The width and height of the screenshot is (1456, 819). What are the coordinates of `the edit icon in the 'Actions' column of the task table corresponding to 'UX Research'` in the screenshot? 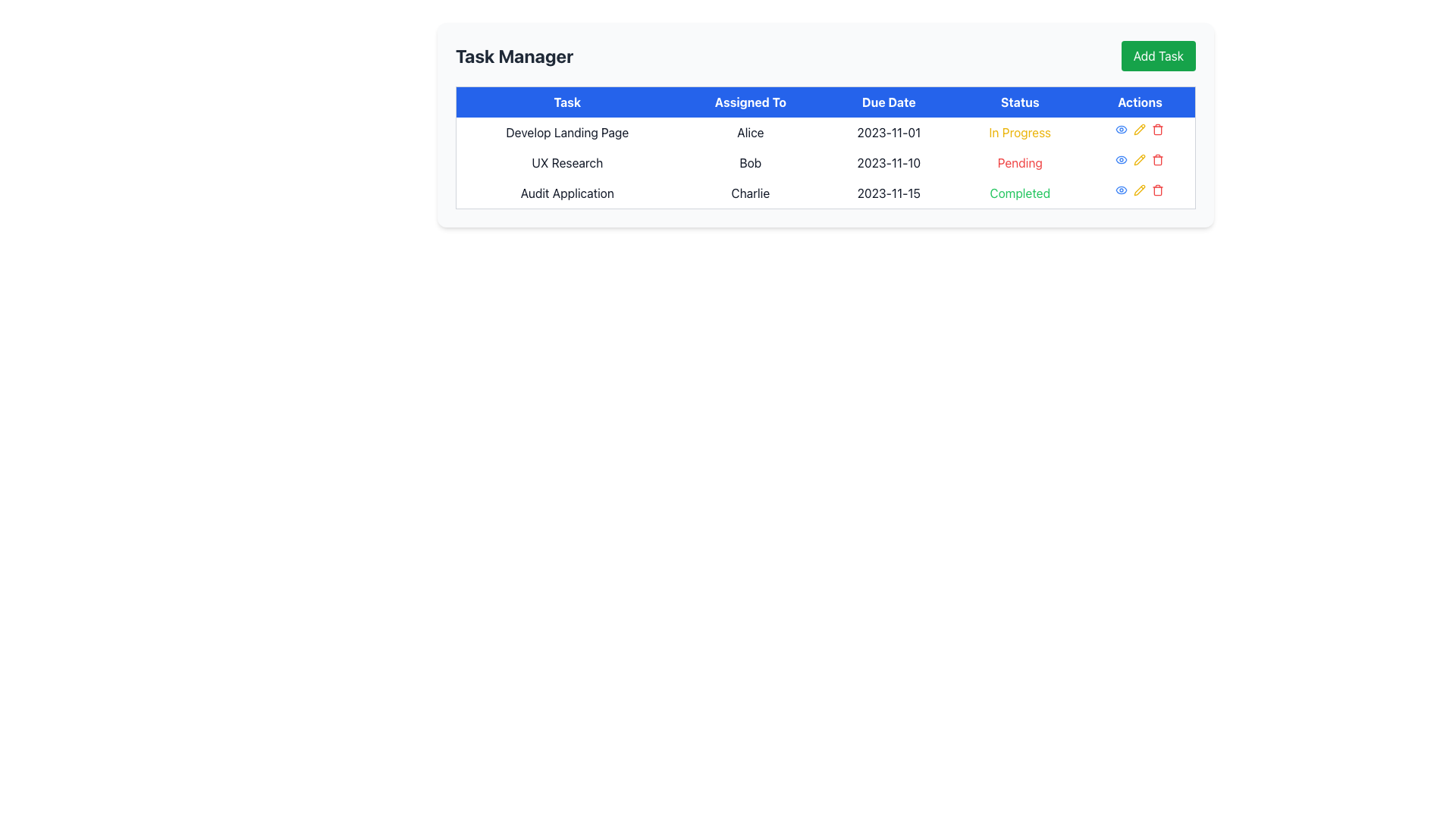 It's located at (1140, 128).